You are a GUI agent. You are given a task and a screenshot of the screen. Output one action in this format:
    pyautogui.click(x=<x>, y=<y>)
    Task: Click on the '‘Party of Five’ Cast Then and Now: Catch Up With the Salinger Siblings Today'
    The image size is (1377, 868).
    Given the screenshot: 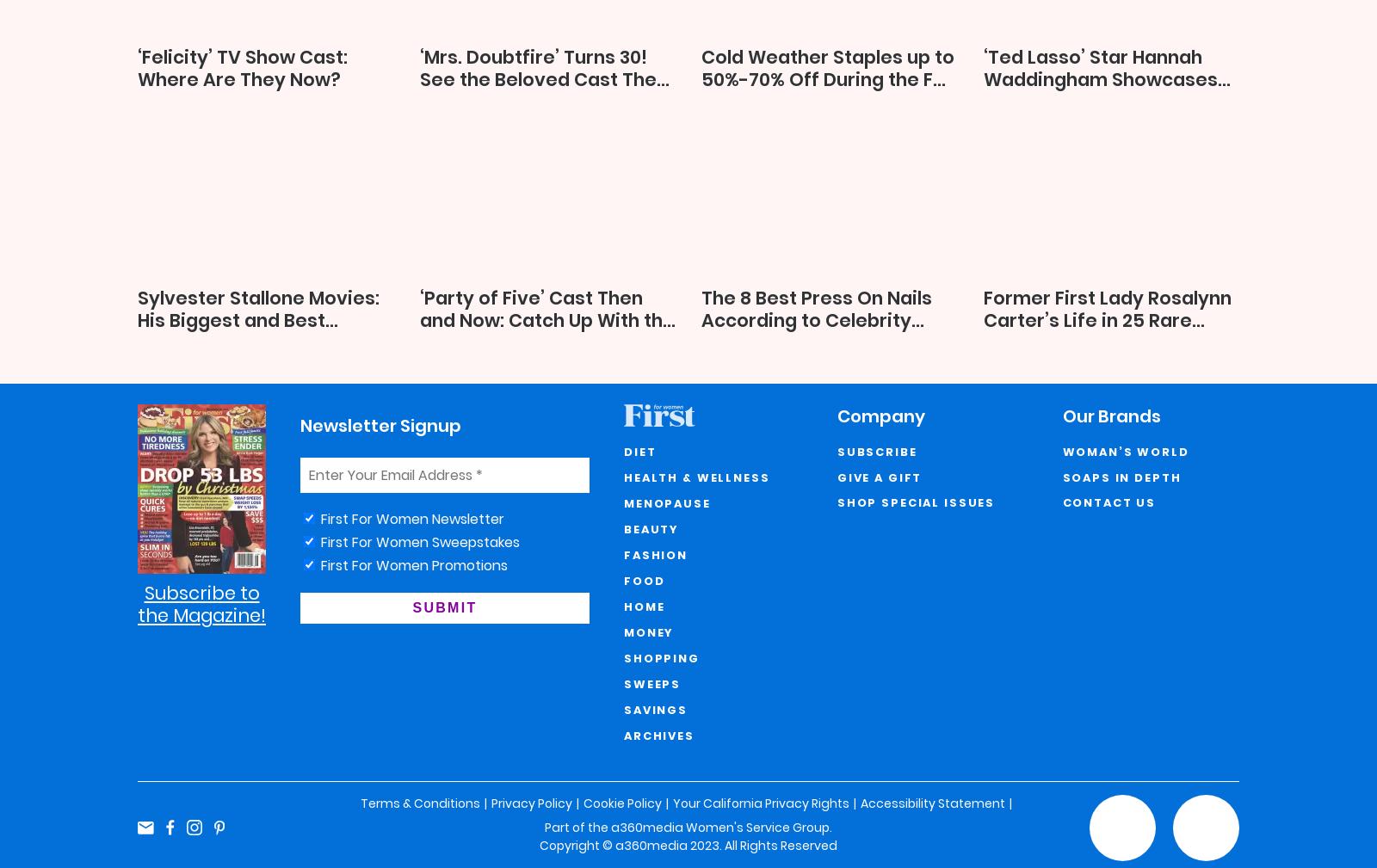 What is the action you would take?
    pyautogui.click(x=546, y=319)
    